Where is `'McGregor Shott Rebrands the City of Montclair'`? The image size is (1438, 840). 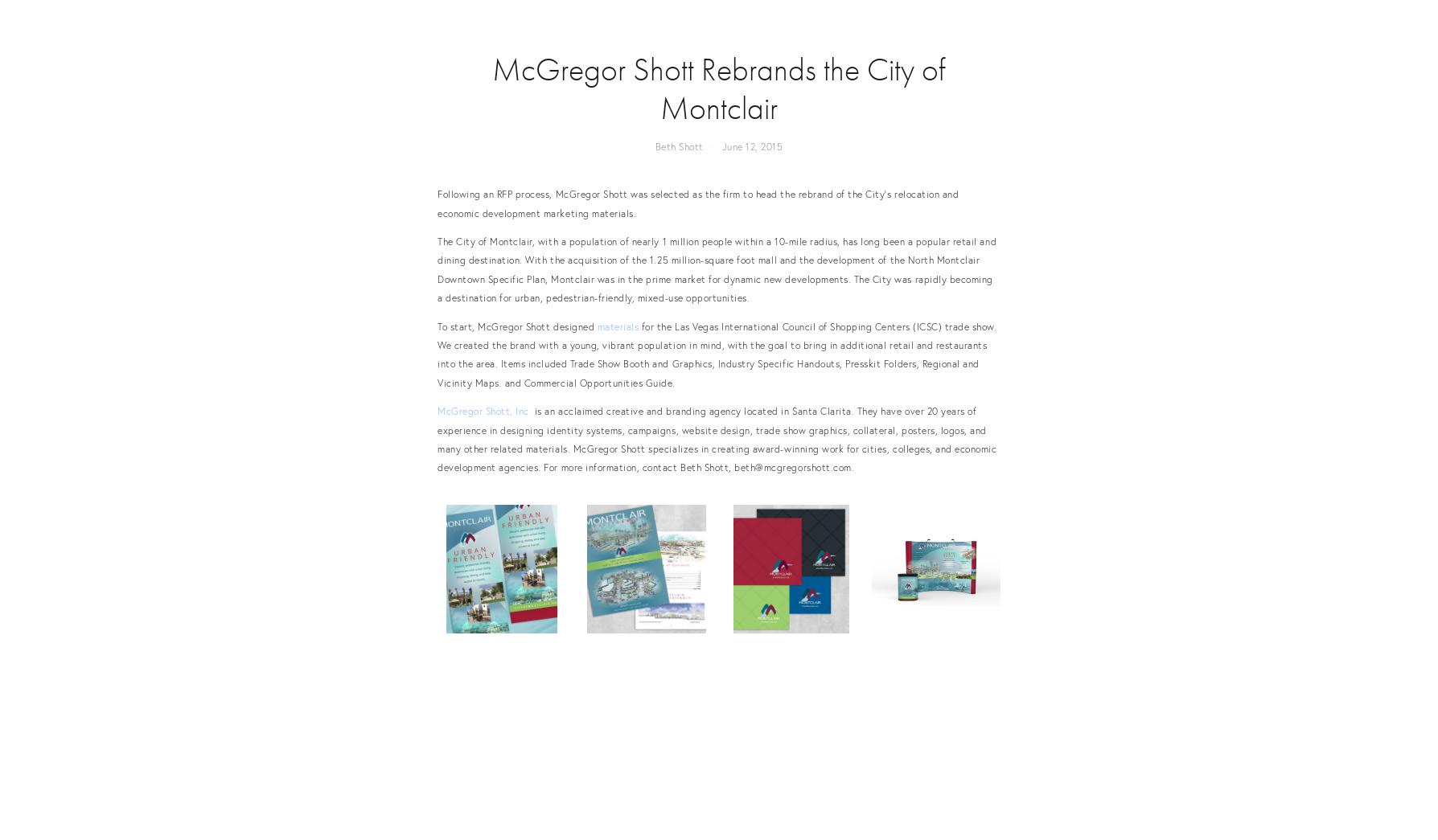
'McGregor Shott Rebrands the City of Montclair' is located at coordinates (719, 88).